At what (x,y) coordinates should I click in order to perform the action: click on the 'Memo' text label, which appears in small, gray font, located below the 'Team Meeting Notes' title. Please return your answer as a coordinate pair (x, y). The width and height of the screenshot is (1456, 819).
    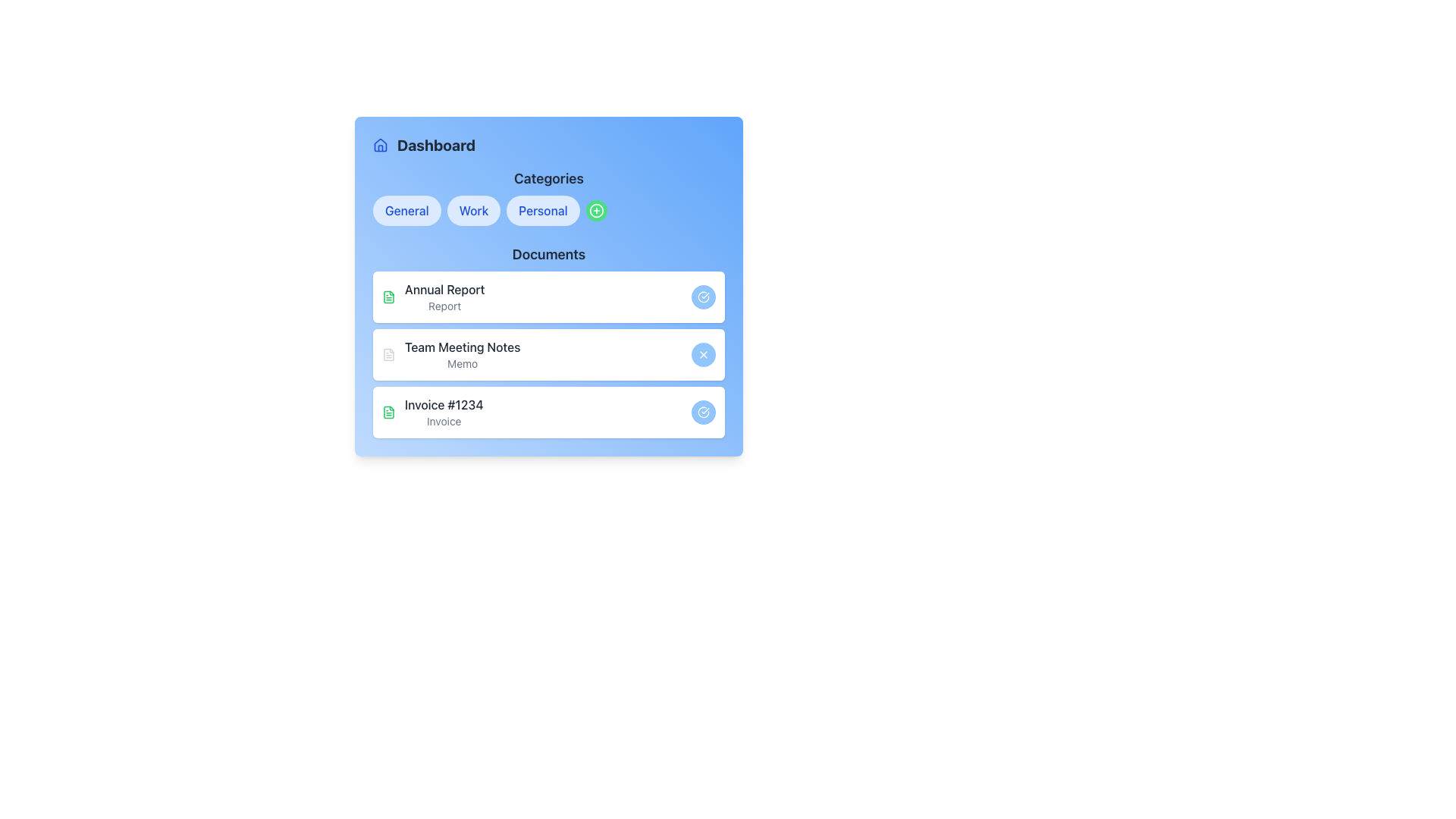
    Looking at the image, I should click on (462, 363).